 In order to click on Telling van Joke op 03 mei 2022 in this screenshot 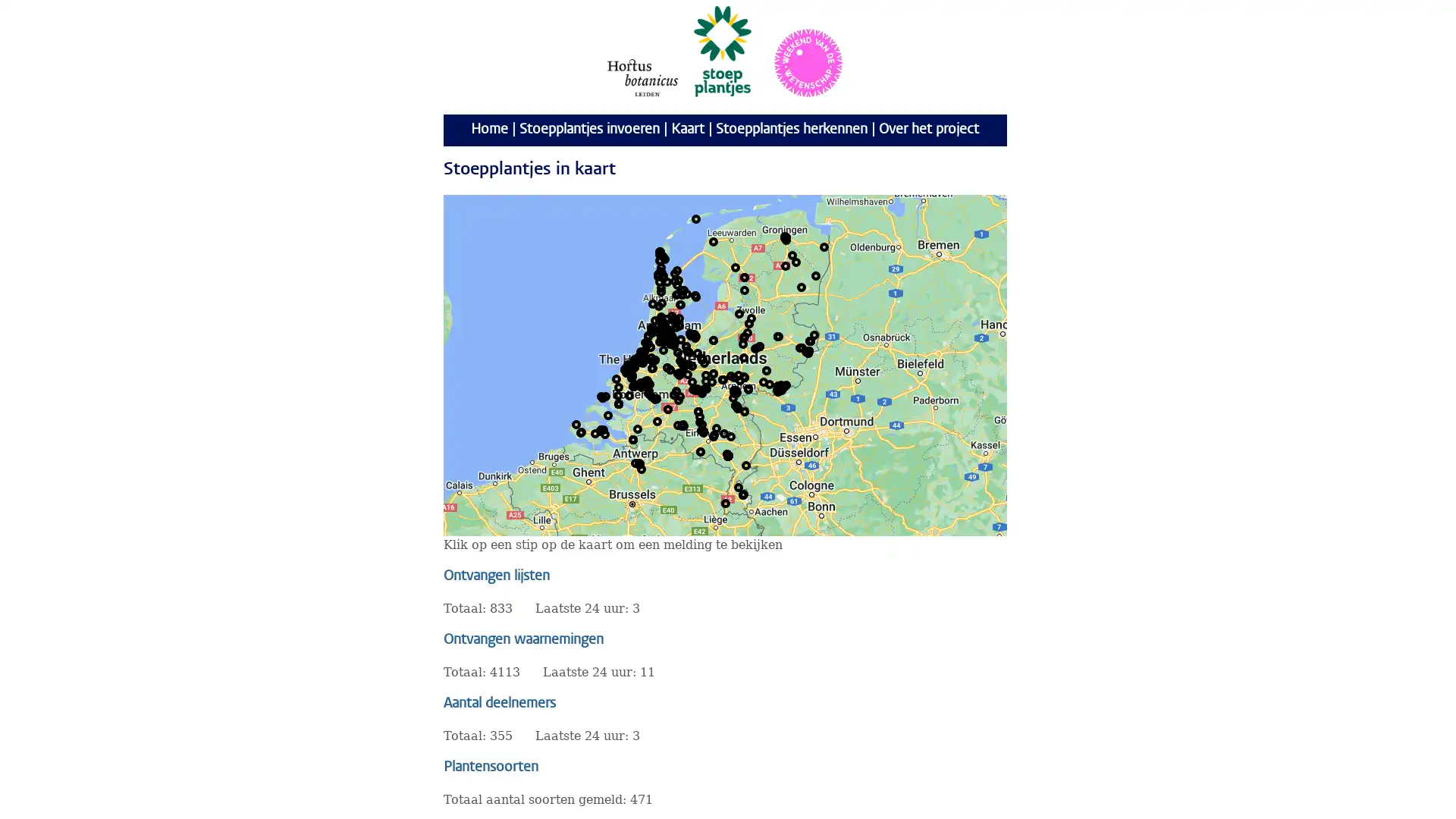, I will do `click(669, 369)`.